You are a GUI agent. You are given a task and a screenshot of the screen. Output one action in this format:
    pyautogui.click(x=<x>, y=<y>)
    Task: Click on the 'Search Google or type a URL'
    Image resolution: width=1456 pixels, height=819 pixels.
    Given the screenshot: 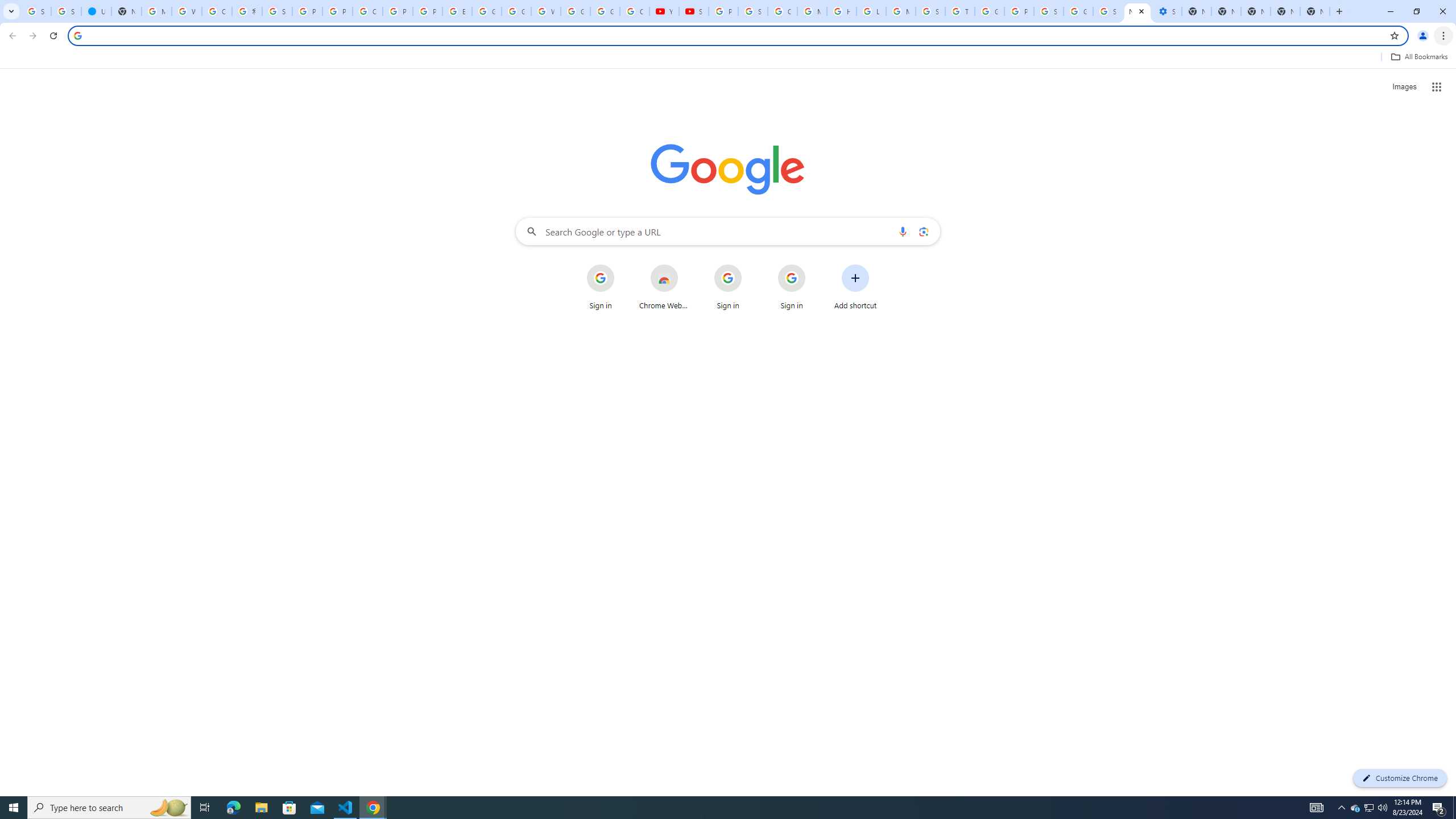 What is the action you would take?
    pyautogui.click(x=728, y=230)
    